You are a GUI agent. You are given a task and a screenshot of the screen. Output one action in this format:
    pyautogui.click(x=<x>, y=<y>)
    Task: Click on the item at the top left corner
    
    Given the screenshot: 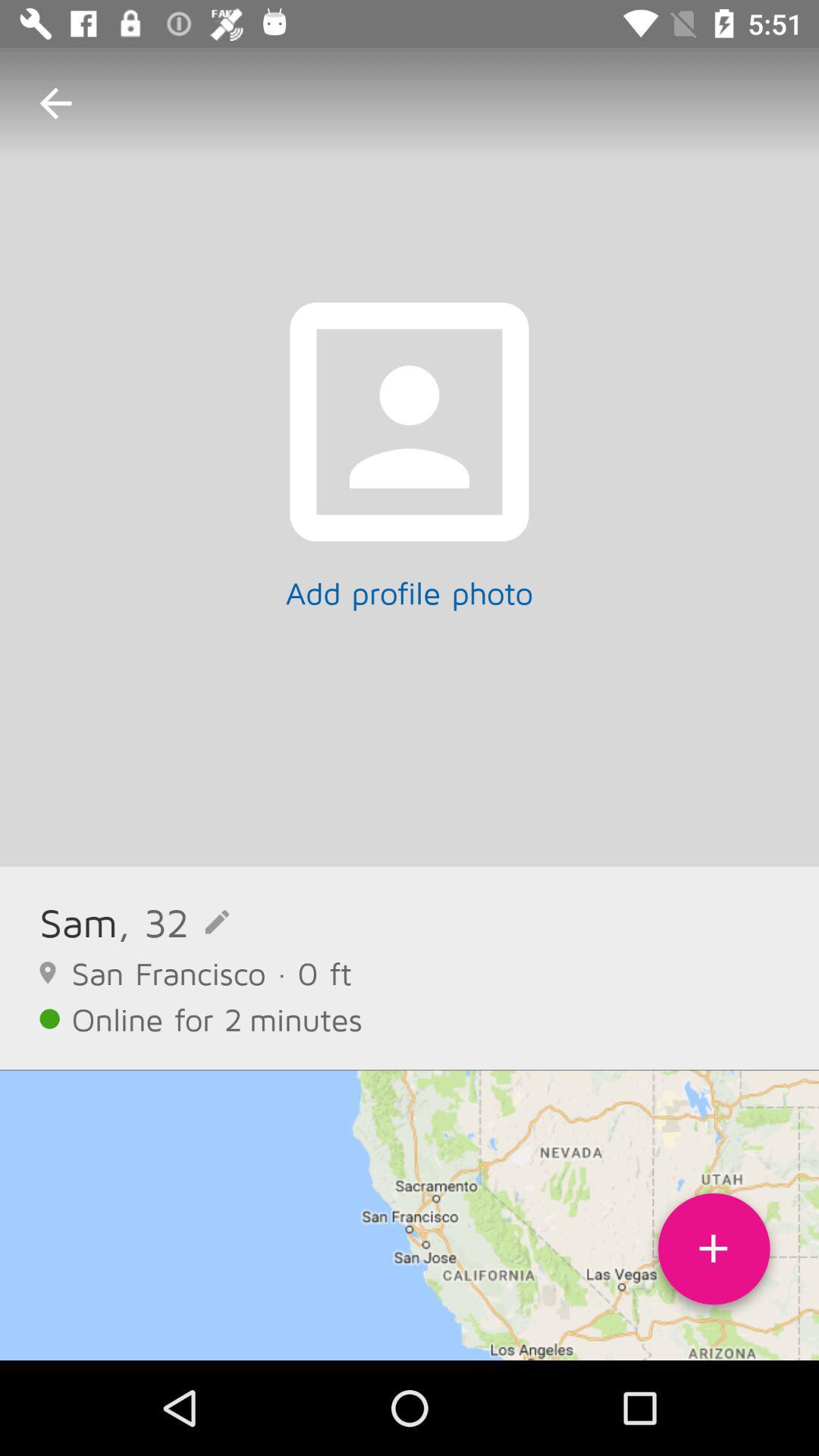 What is the action you would take?
    pyautogui.click(x=55, y=102)
    